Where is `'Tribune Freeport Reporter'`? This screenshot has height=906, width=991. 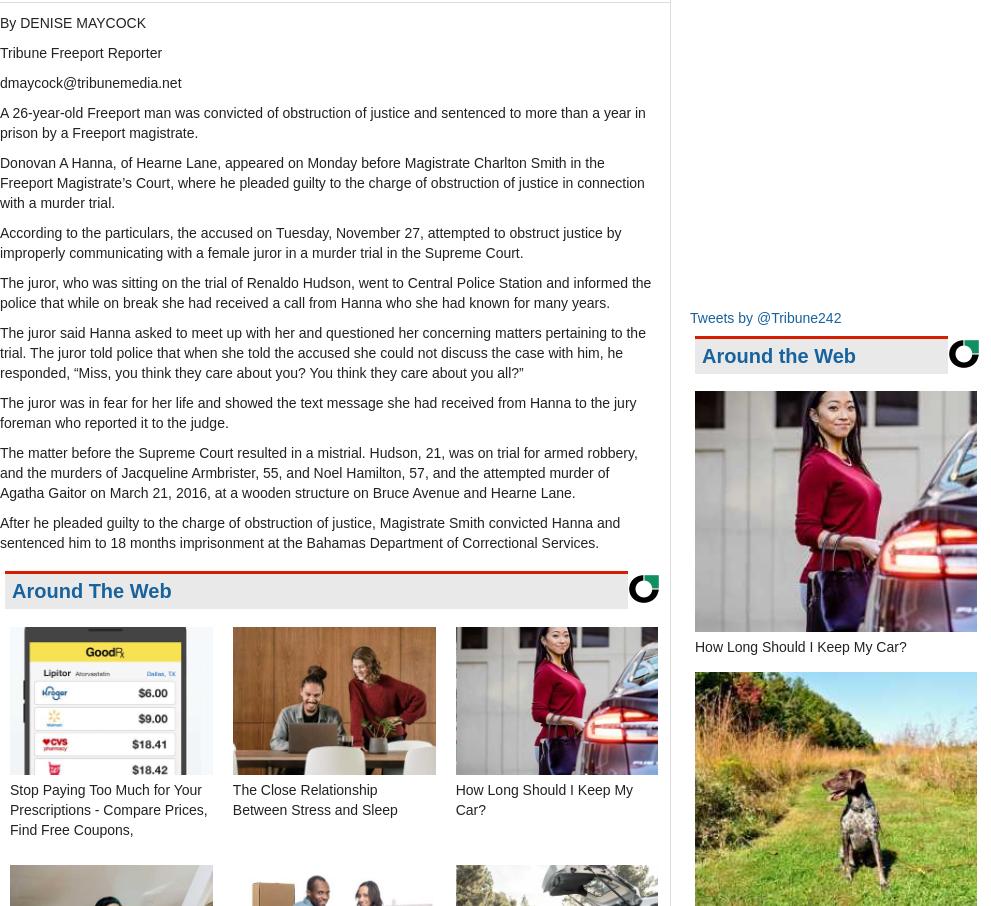 'Tribune Freeport Reporter' is located at coordinates (80, 53).